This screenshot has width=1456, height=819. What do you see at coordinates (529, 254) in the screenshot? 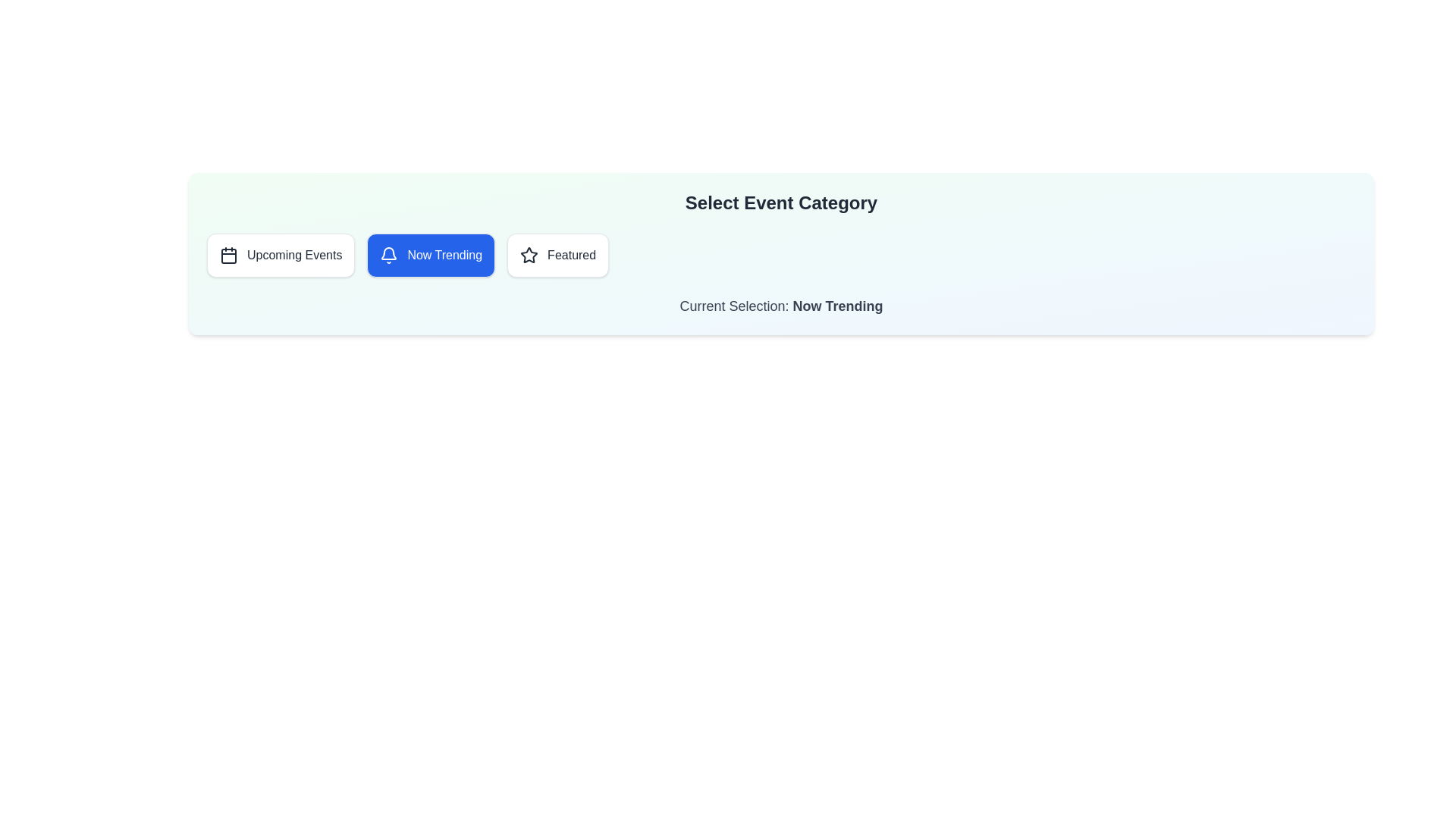
I see `the star-shaped icon, which is part of a horizontal layout of buttons and located between the 'Now Trending' button and the 'Featured' button` at bounding box center [529, 254].